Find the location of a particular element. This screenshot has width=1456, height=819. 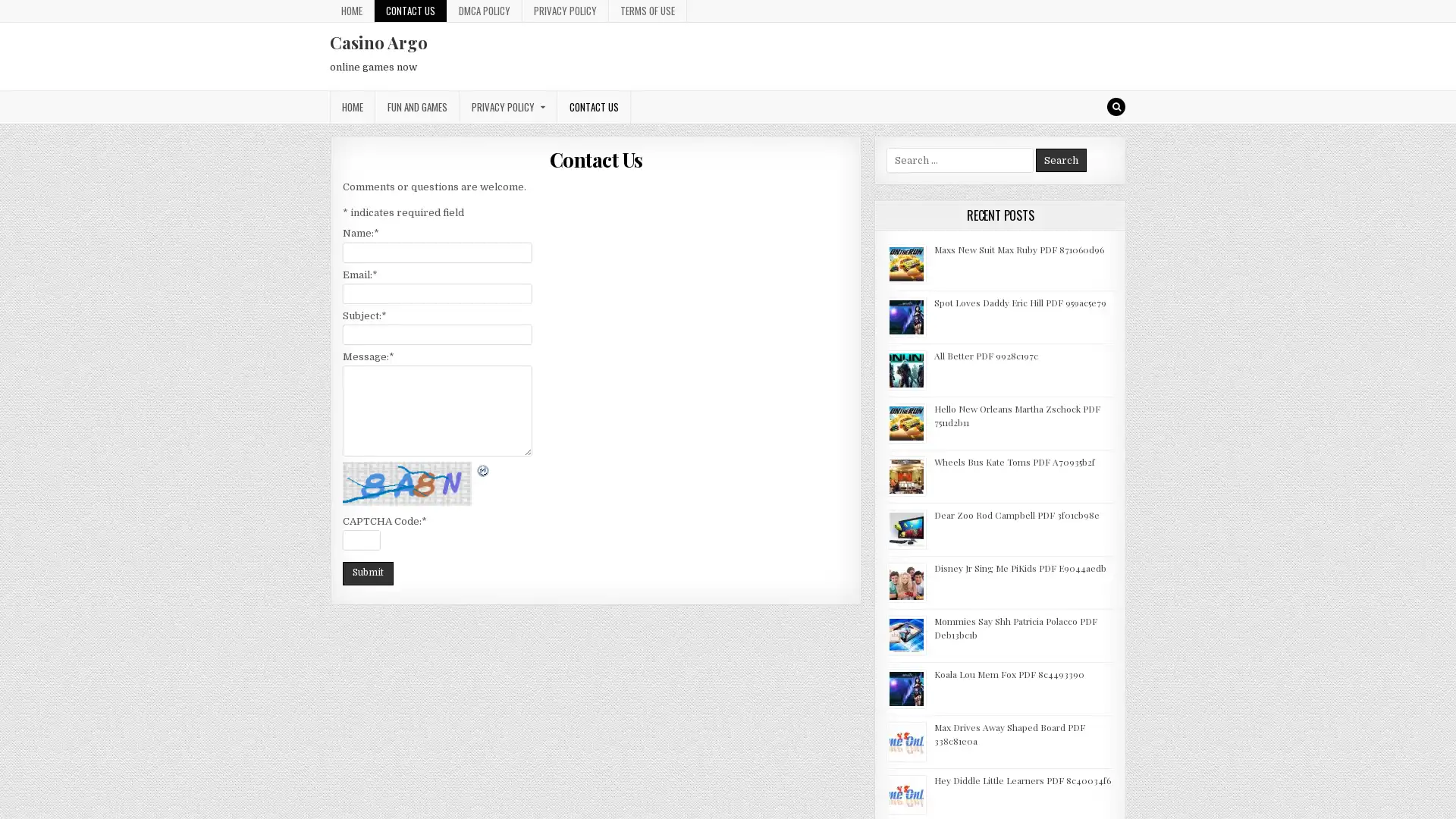

Search is located at coordinates (1060, 160).